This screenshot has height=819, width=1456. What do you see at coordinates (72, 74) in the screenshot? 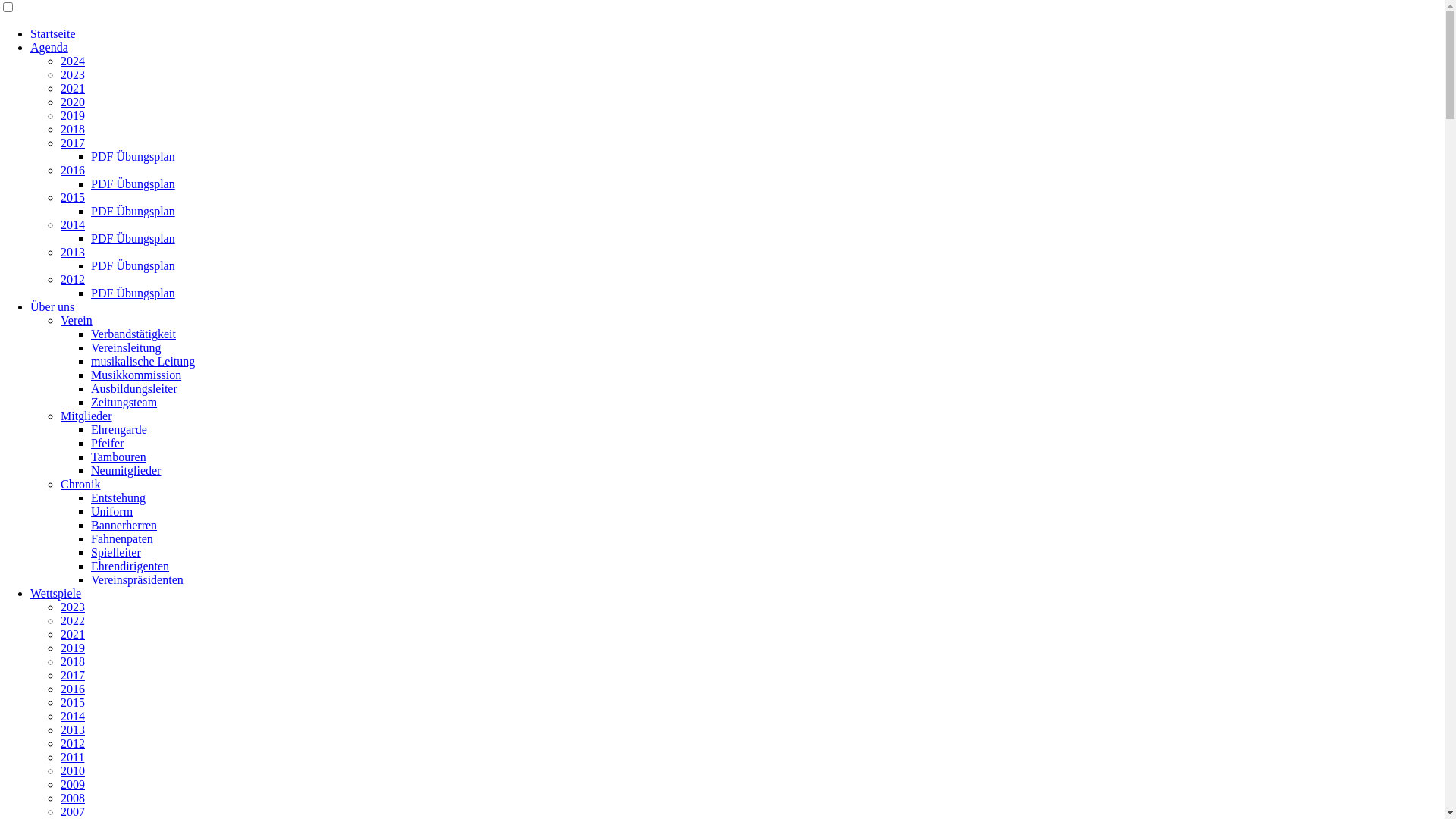
I see `'2023'` at bounding box center [72, 74].